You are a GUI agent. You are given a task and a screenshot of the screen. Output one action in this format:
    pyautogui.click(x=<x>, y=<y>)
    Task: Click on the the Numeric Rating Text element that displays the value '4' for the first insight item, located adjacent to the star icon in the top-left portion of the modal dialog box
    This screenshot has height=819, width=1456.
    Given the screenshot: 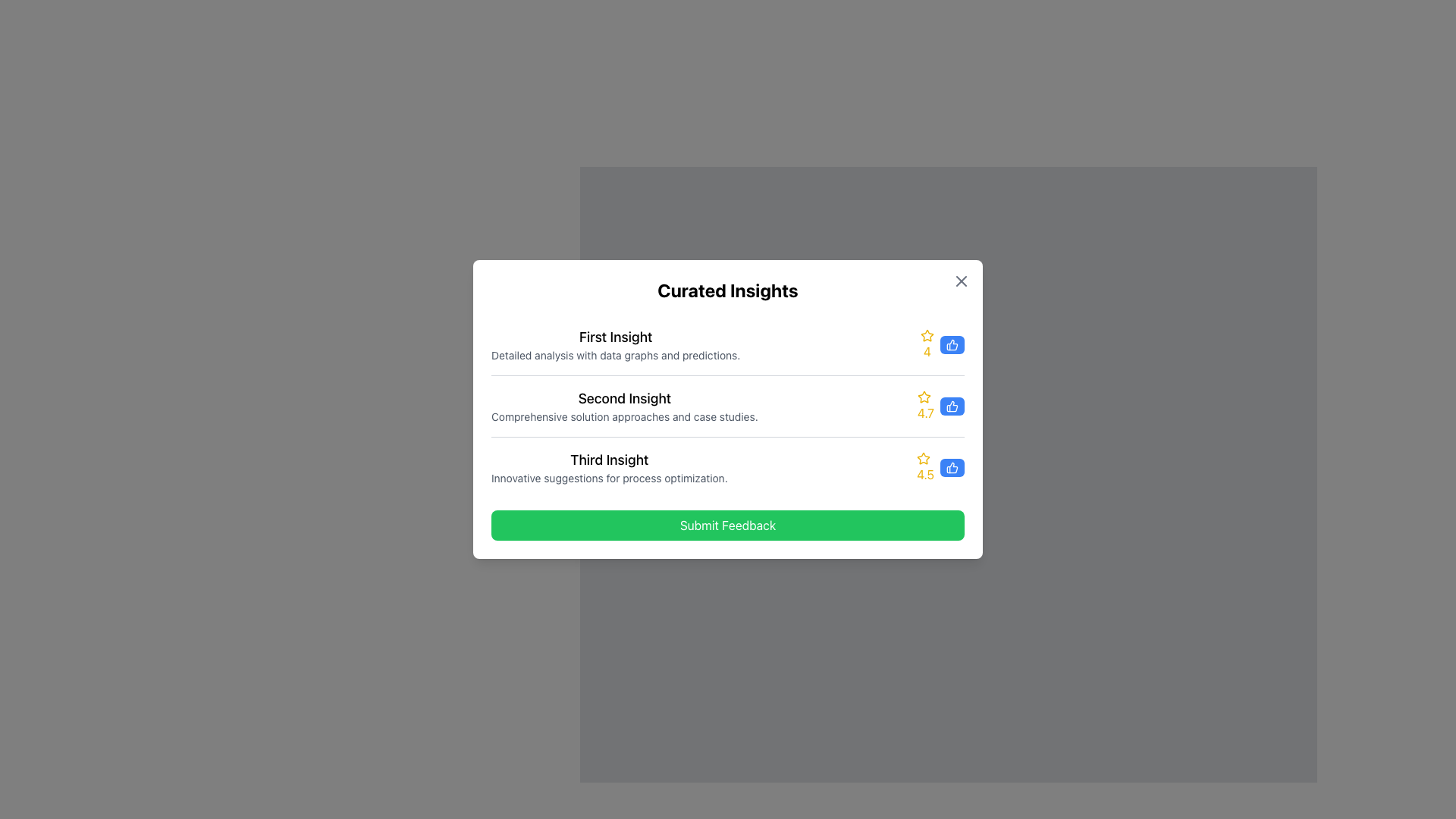 What is the action you would take?
    pyautogui.click(x=927, y=345)
    